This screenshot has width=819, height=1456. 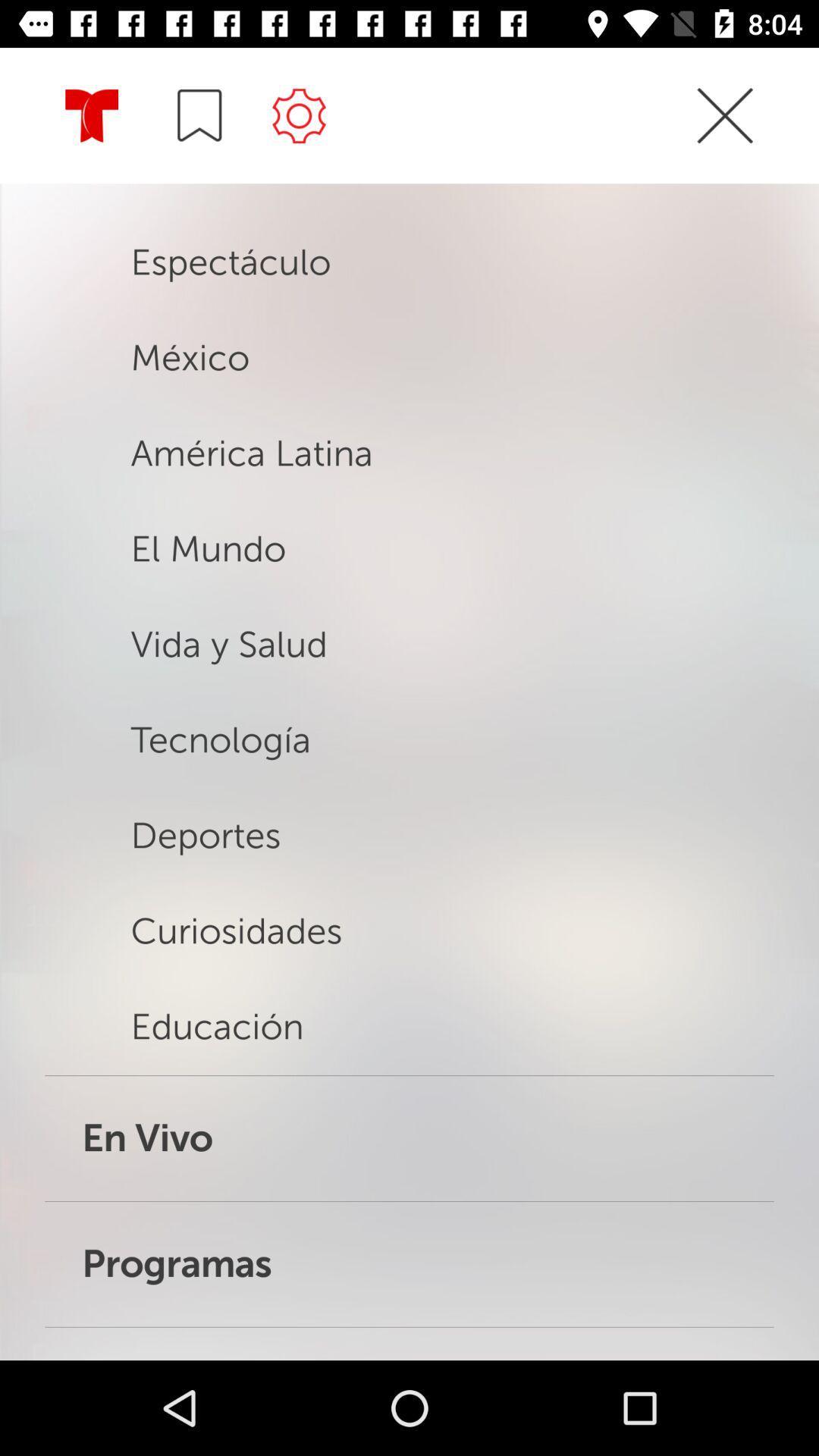 What do you see at coordinates (409, 1028) in the screenshot?
I see `the option educacion` at bounding box center [409, 1028].